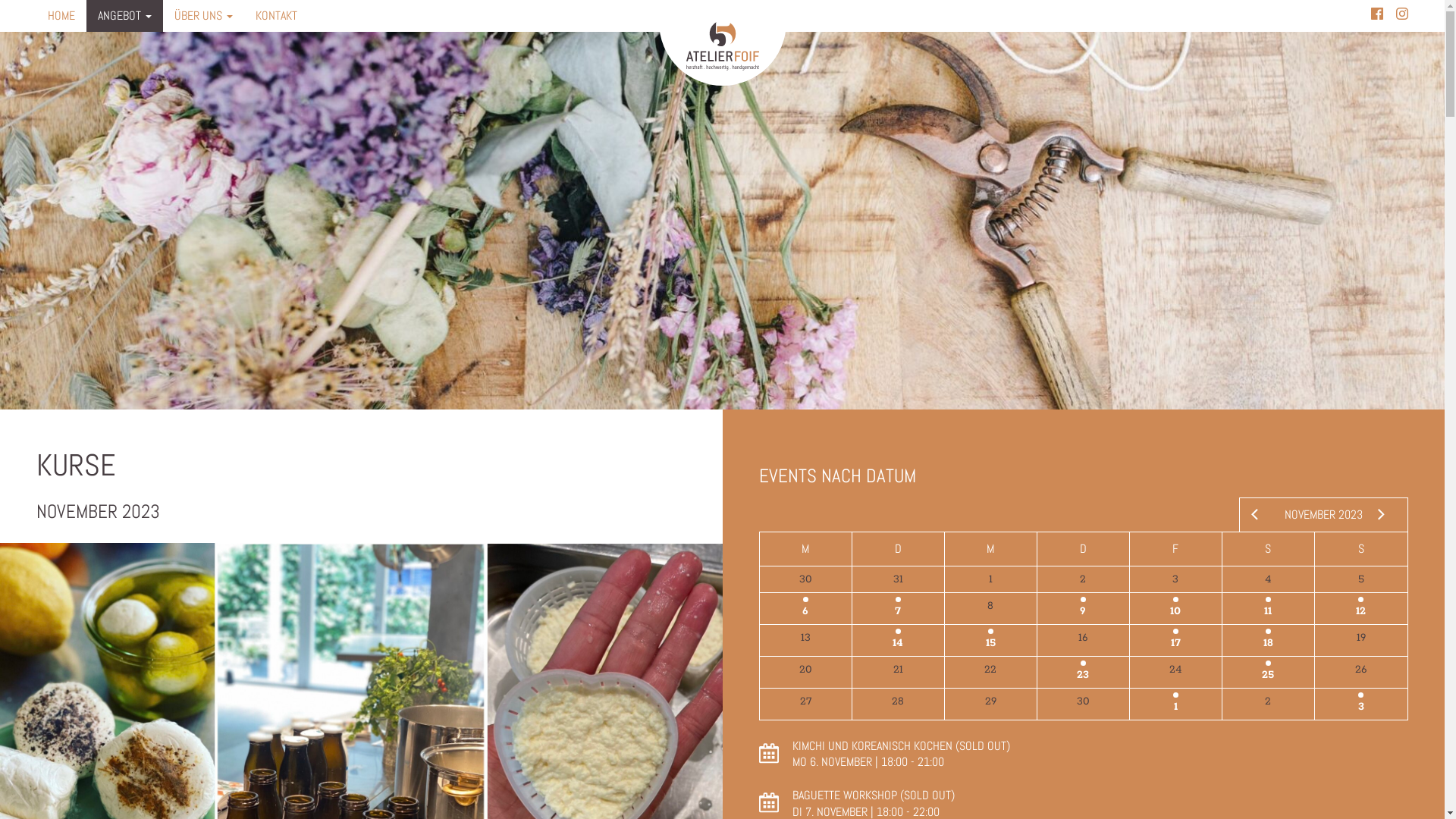 This screenshot has height=819, width=1456. I want to click on '1 VERANSTALTUNG,, so click(852, 640).